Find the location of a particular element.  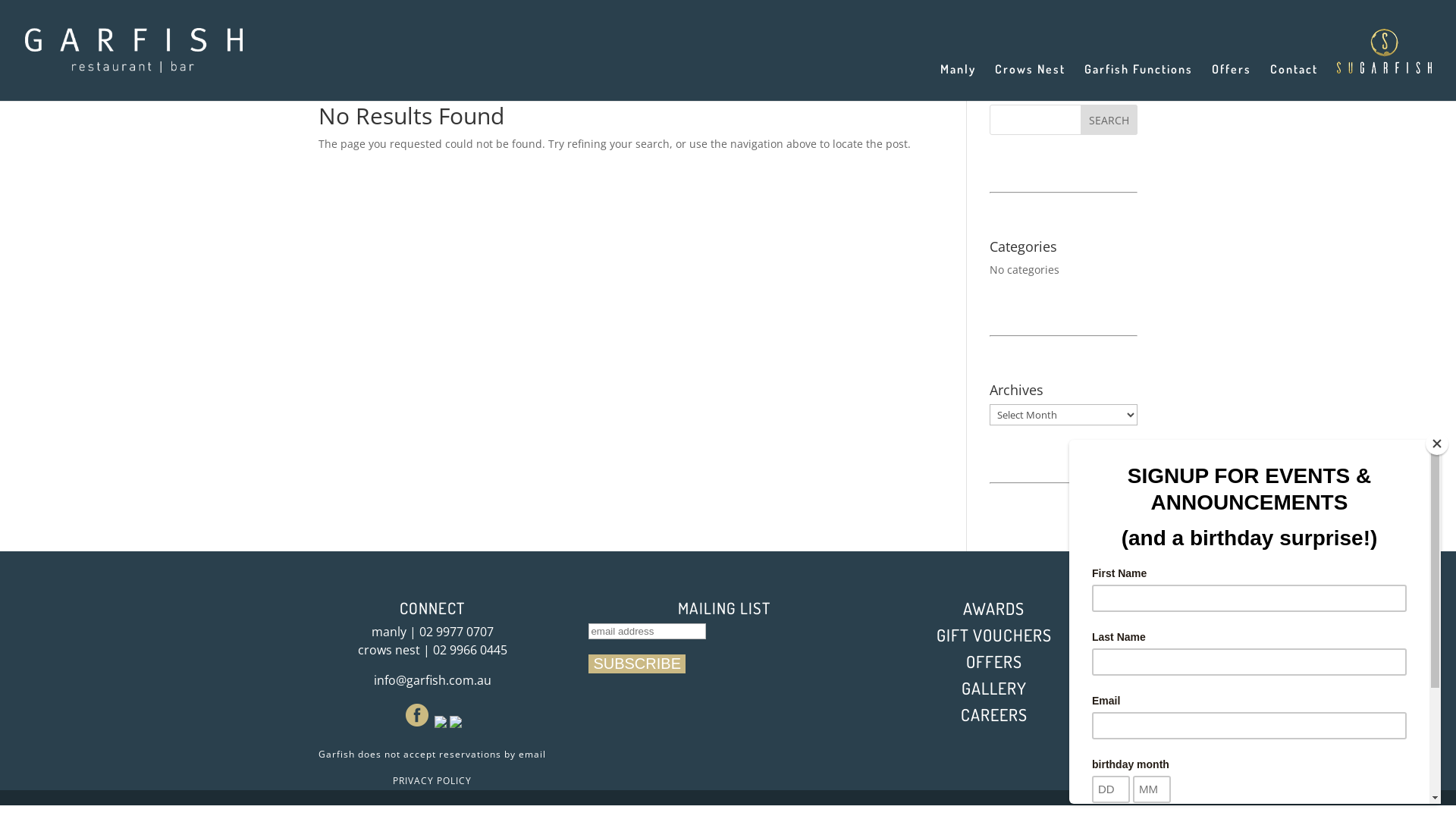

'OFFERS' is located at coordinates (993, 660).